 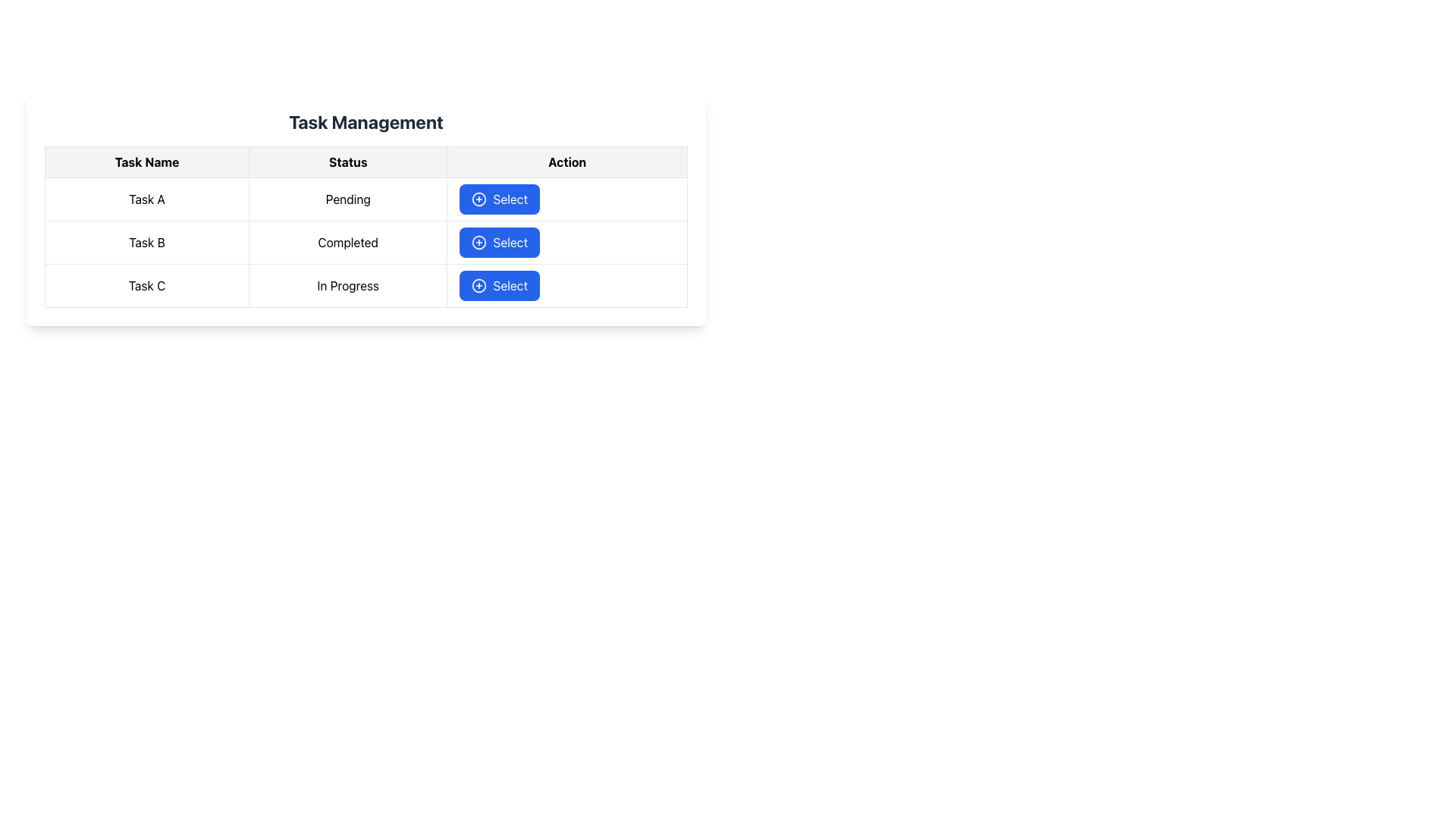 What do you see at coordinates (347, 242) in the screenshot?
I see `the text label displaying 'Completed' in the second row of the task management table under the 'Status' column` at bounding box center [347, 242].